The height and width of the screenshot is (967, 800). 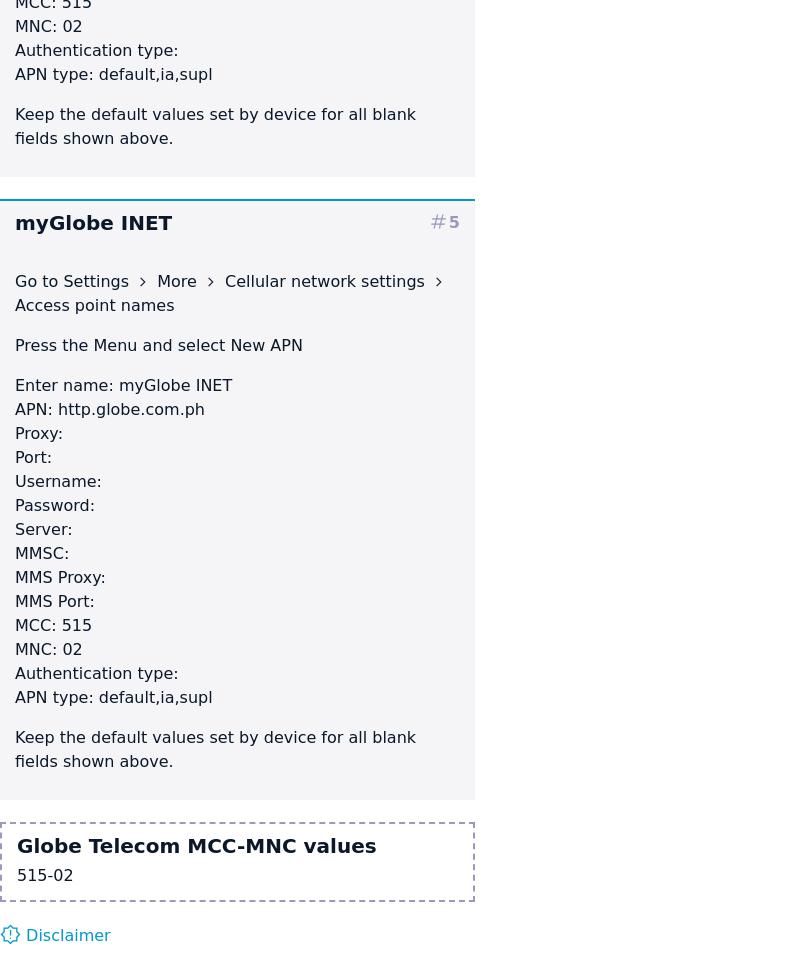 What do you see at coordinates (53, 601) in the screenshot?
I see `'MMS Port:'` at bounding box center [53, 601].